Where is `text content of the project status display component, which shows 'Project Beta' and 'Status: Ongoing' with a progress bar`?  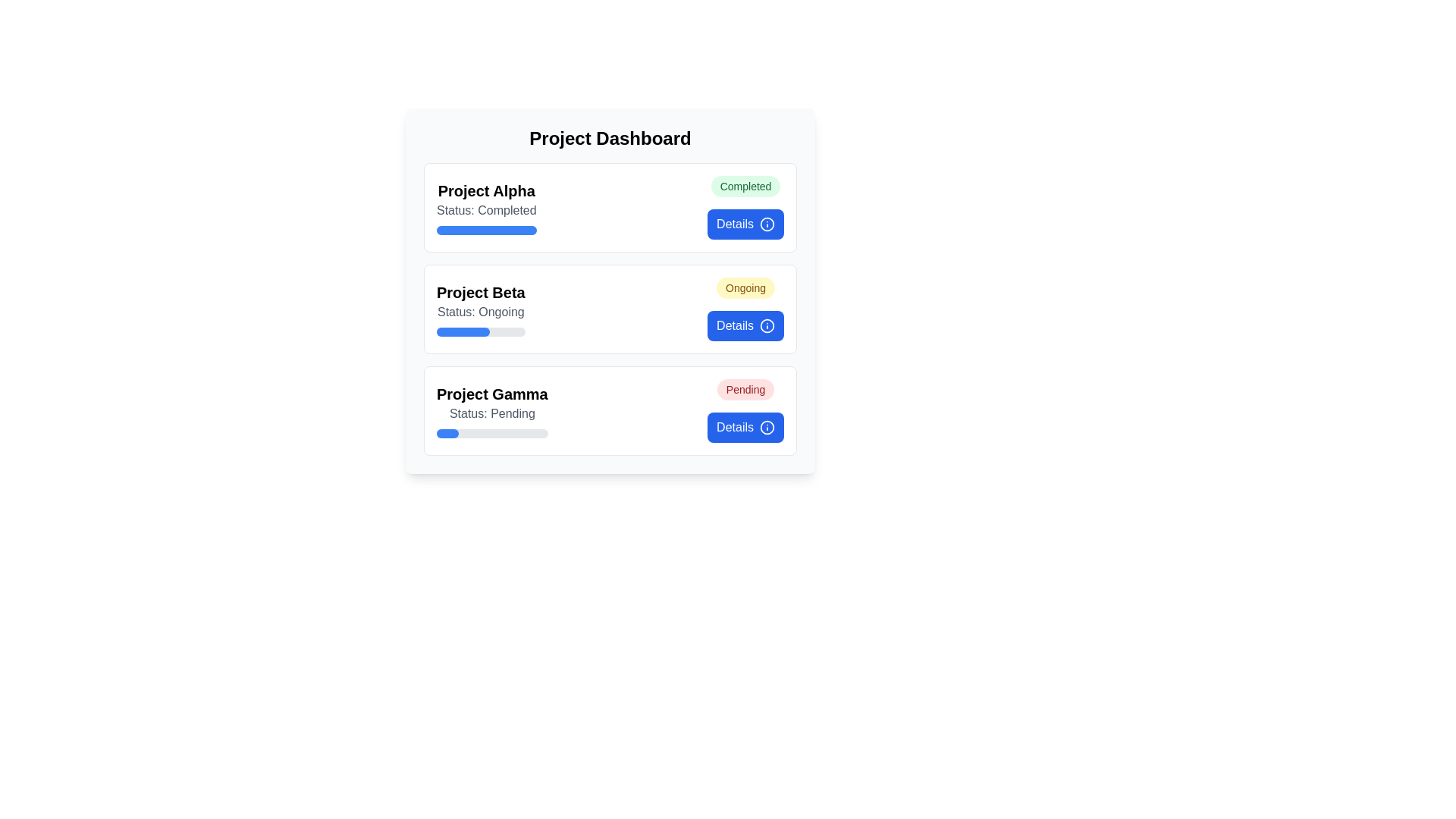 text content of the project status display component, which shows 'Project Beta' and 'Status: Ongoing' with a progress bar is located at coordinates (480, 309).